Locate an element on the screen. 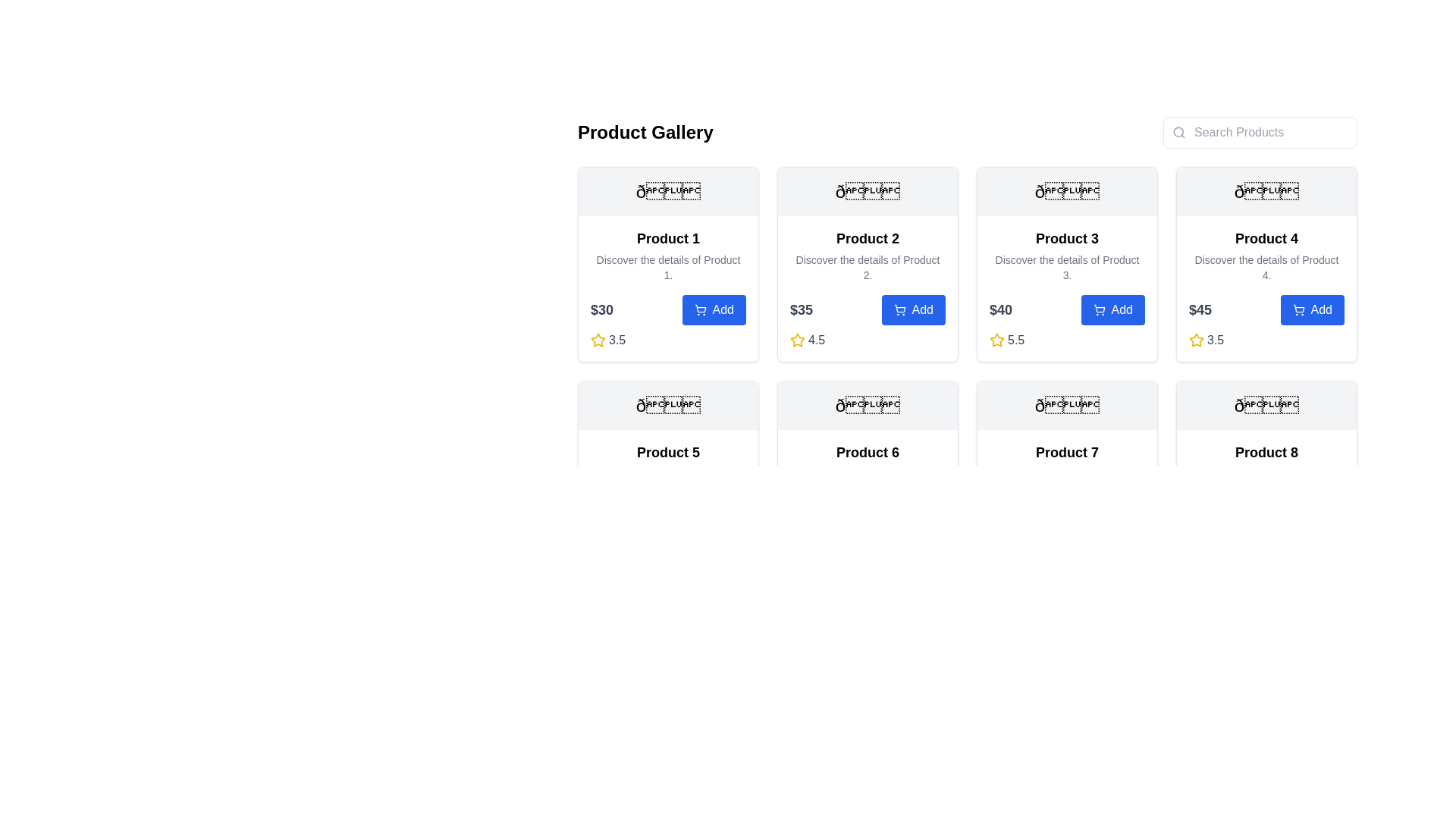 This screenshot has height=819, width=1456. the text-based symbol icon (🌟) displayed within a light gray box, which is part of the card layout for 'Product 4', located above the product title and description is located at coordinates (1266, 191).